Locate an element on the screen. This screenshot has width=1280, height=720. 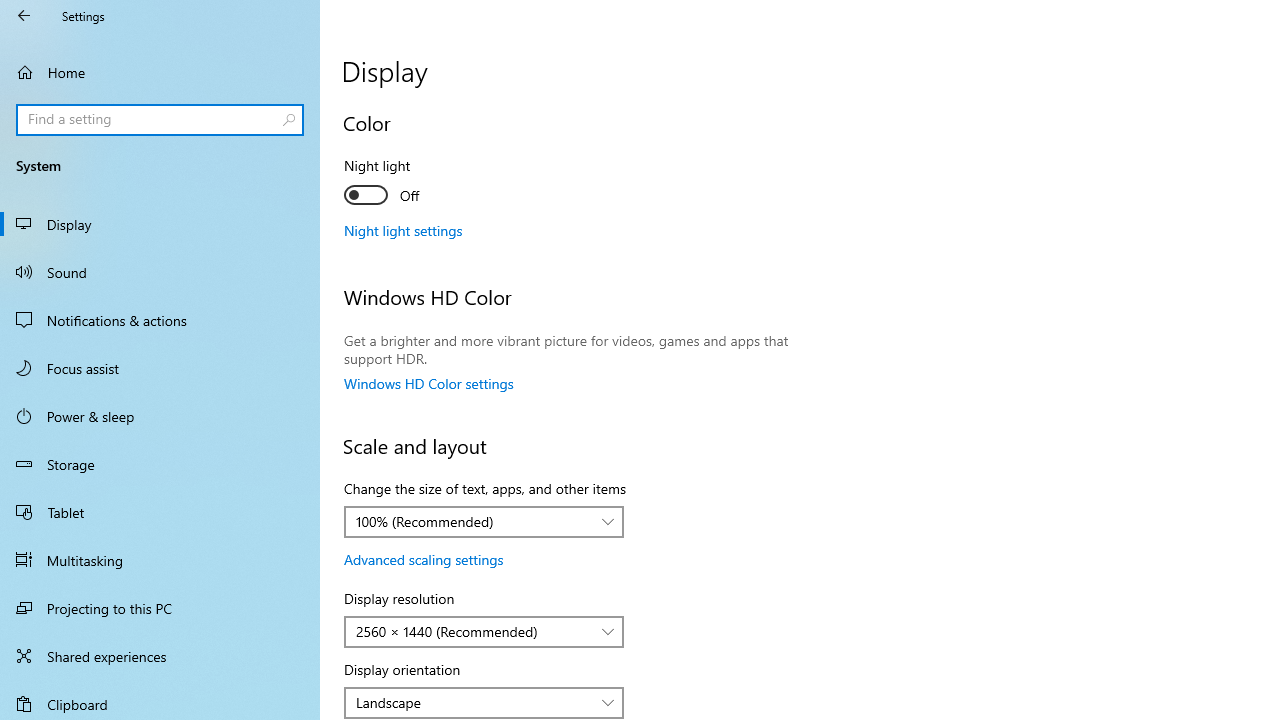
'Landscape' is located at coordinates (472, 701).